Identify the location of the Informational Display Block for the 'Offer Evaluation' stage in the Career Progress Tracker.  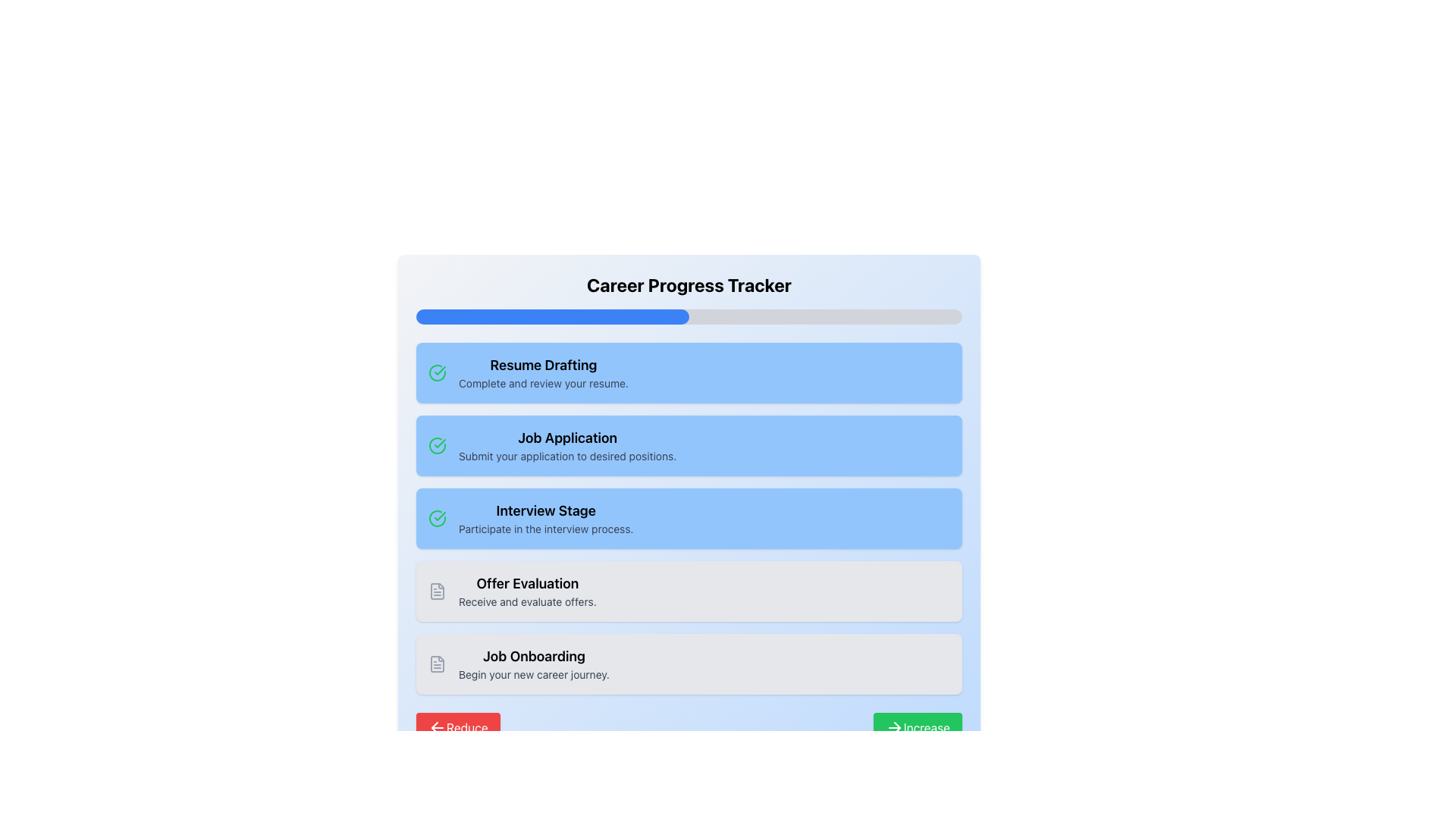
(527, 590).